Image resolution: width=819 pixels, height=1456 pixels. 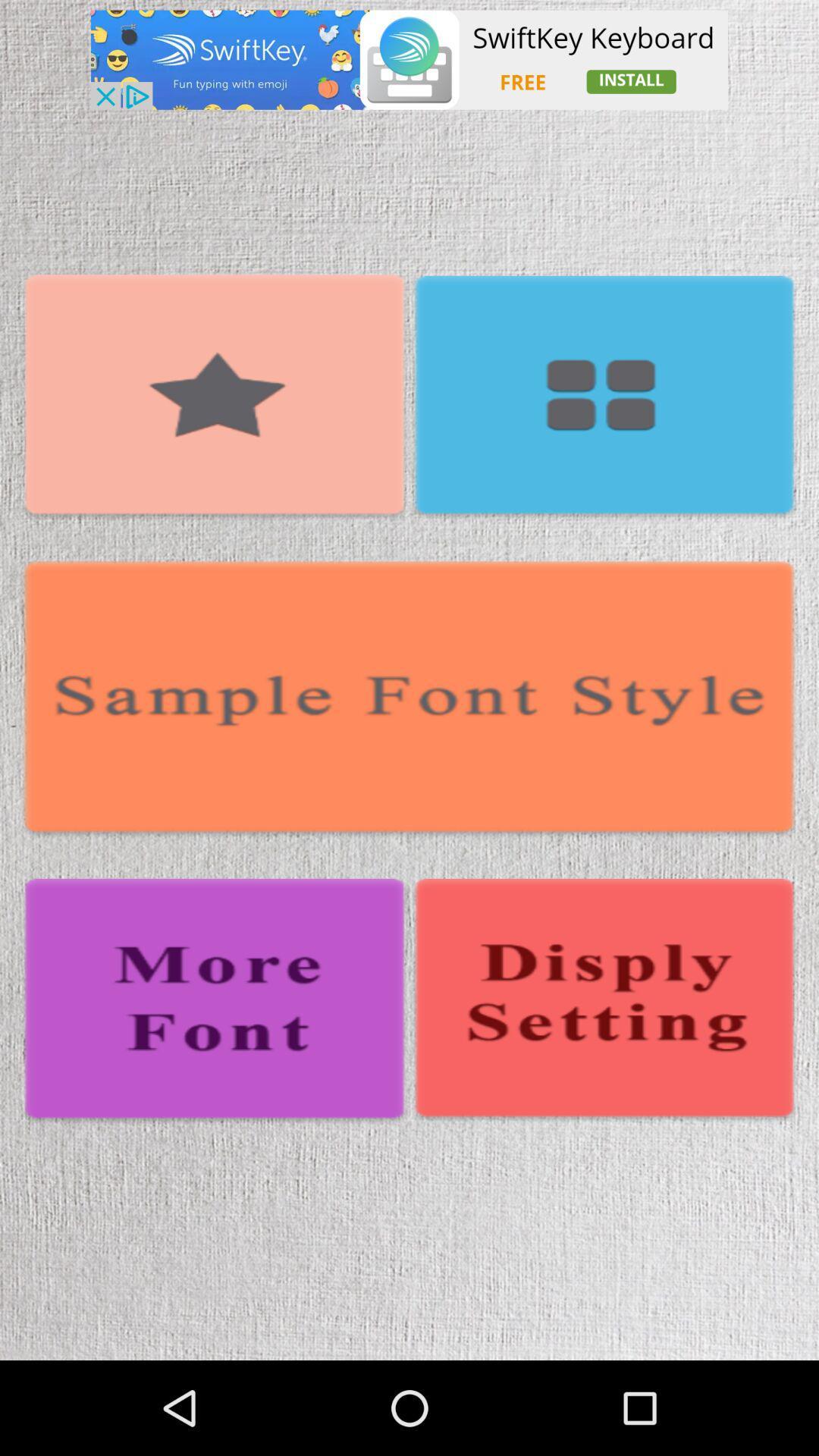 What do you see at coordinates (409, 60) in the screenshot?
I see `advertisement` at bounding box center [409, 60].